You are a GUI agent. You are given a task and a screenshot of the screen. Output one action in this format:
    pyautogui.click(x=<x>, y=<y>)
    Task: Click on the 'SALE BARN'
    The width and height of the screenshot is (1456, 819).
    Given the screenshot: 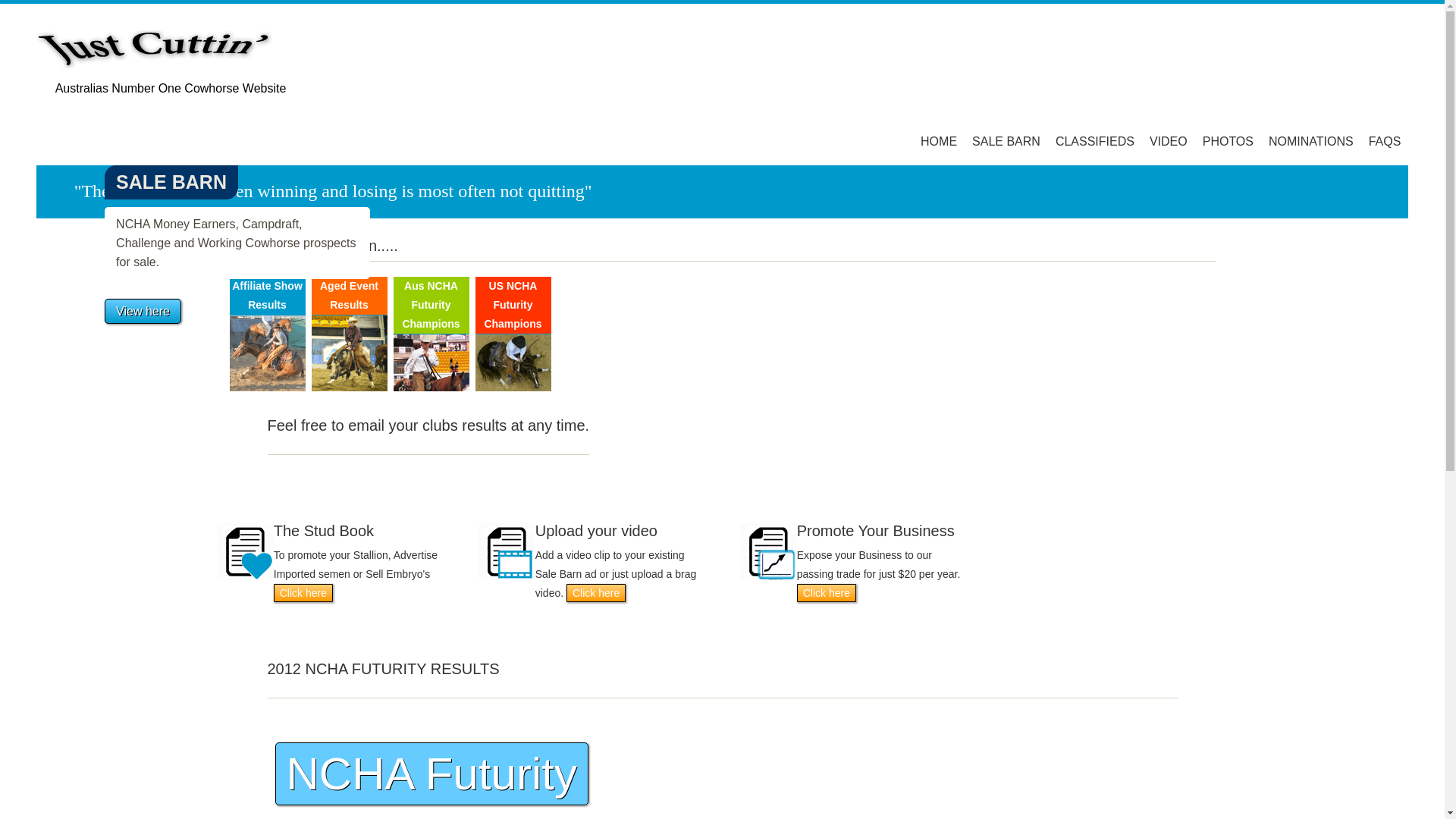 What is the action you would take?
    pyautogui.click(x=1006, y=141)
    